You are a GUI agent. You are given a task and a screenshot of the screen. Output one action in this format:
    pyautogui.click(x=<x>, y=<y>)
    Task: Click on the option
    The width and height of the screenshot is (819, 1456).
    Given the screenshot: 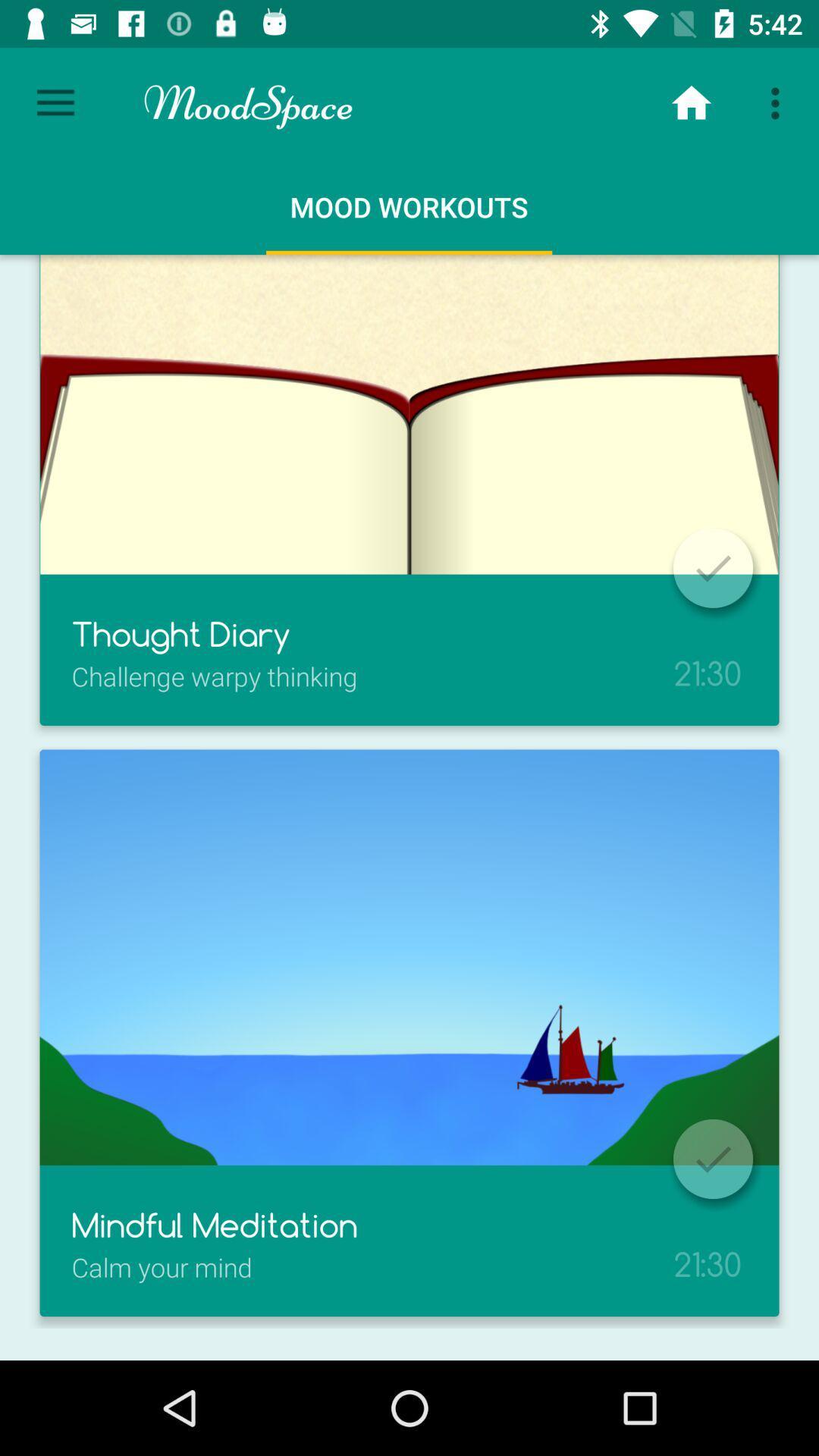 What is the action you would take?
    pyautogui.click(x=713, y=1158)
    